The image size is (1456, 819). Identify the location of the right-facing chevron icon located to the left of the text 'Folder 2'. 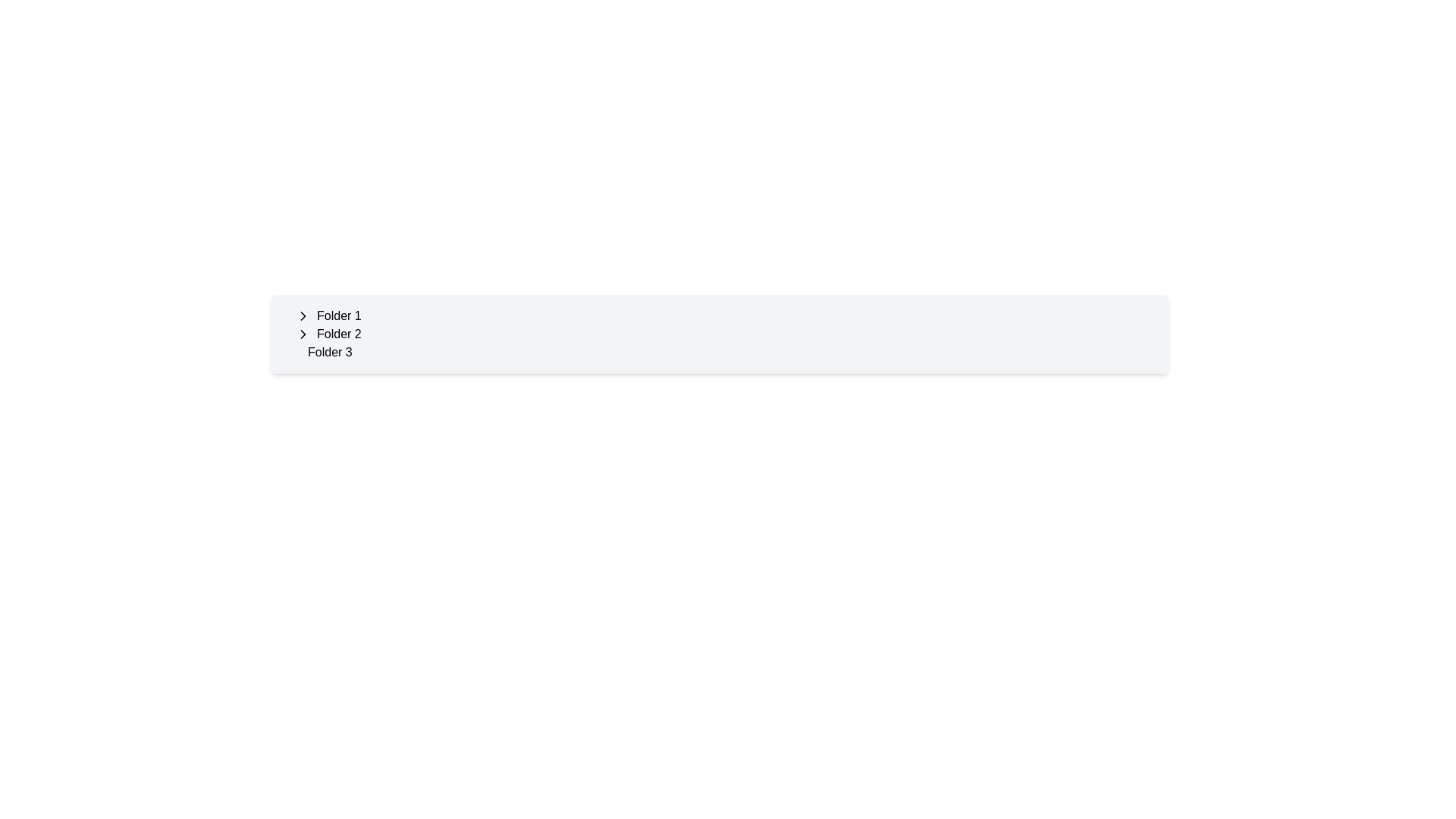
(303, 333).